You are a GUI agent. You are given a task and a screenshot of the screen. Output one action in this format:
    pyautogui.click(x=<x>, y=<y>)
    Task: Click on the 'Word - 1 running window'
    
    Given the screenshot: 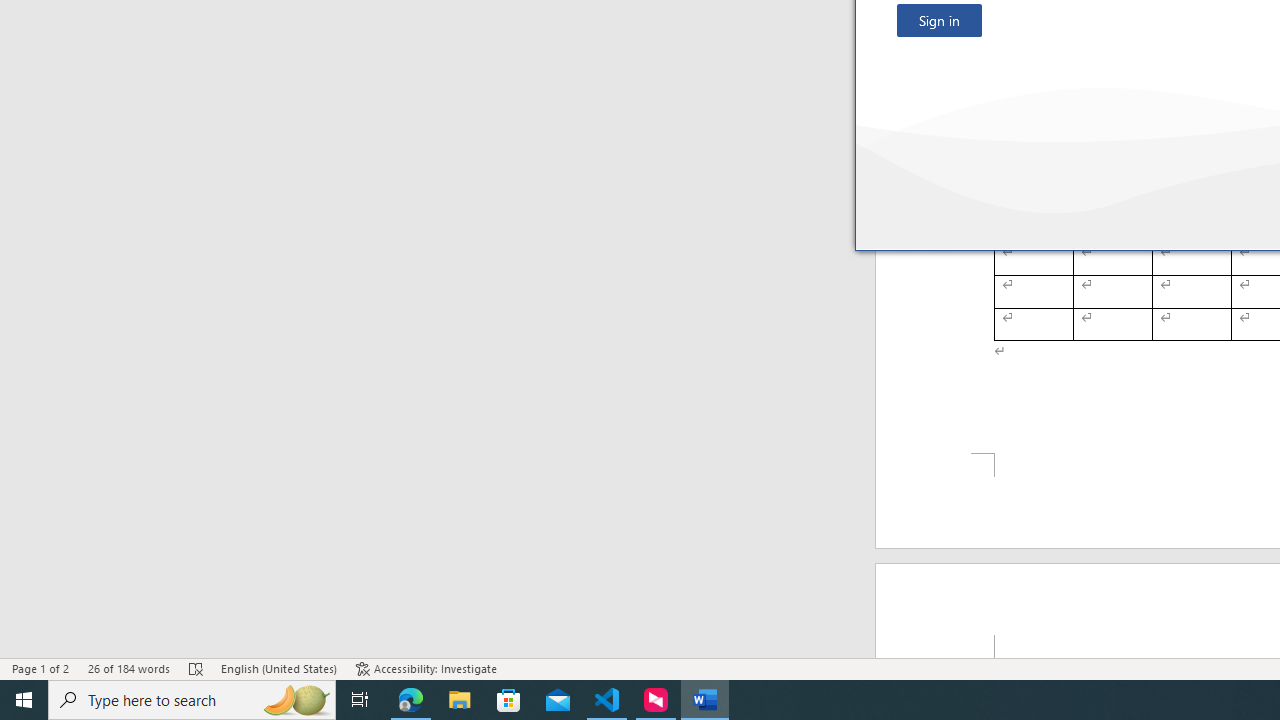 What is the action you would take?
    pyautogui.click(x=705, y=698)
    